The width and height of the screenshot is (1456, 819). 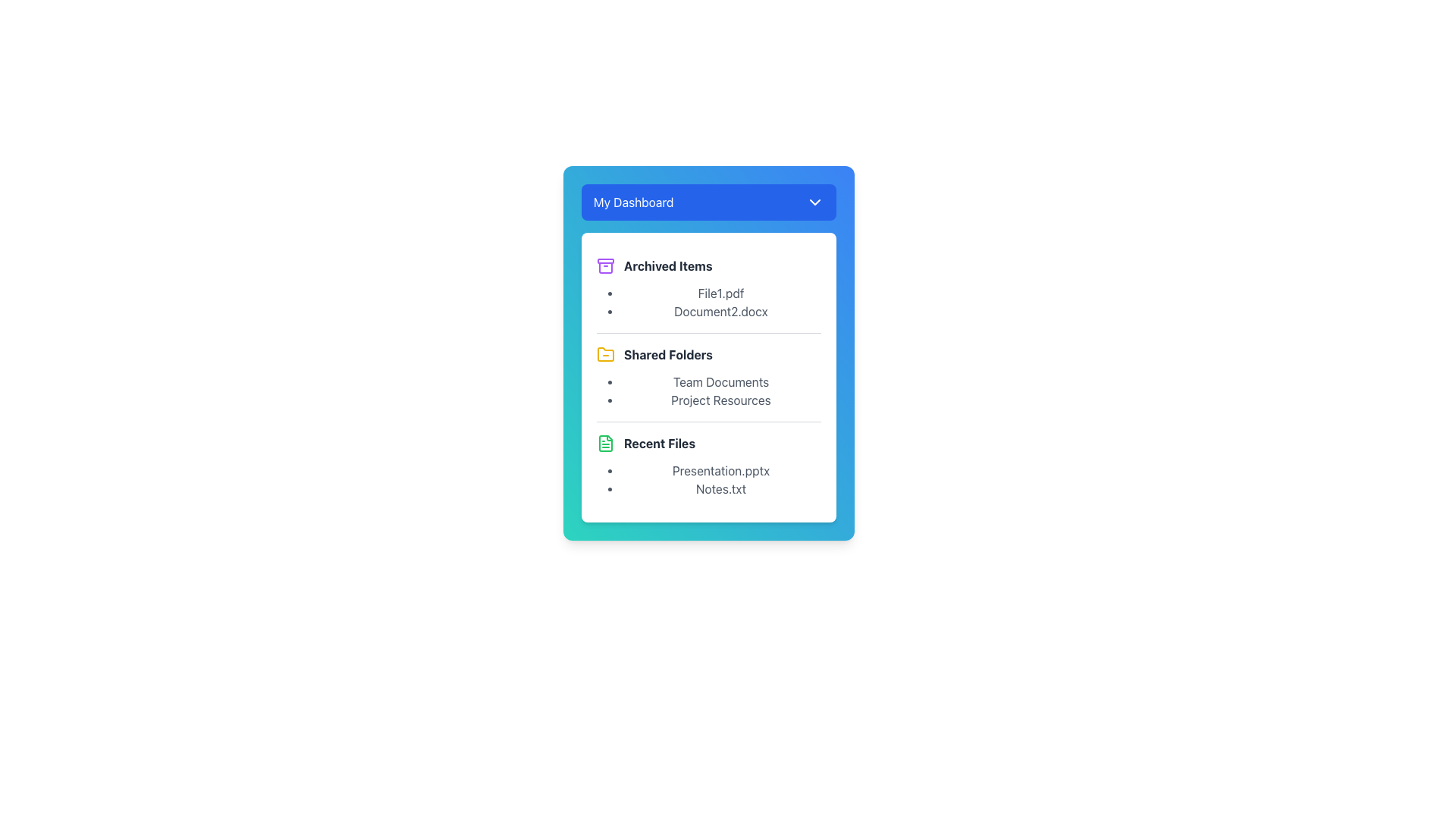 I want to click on the yellow folder-shaped icon located to the left of the 'Shared Folders' heading text in the middle section of the dashboard card interface, so click(x=604, y=354).